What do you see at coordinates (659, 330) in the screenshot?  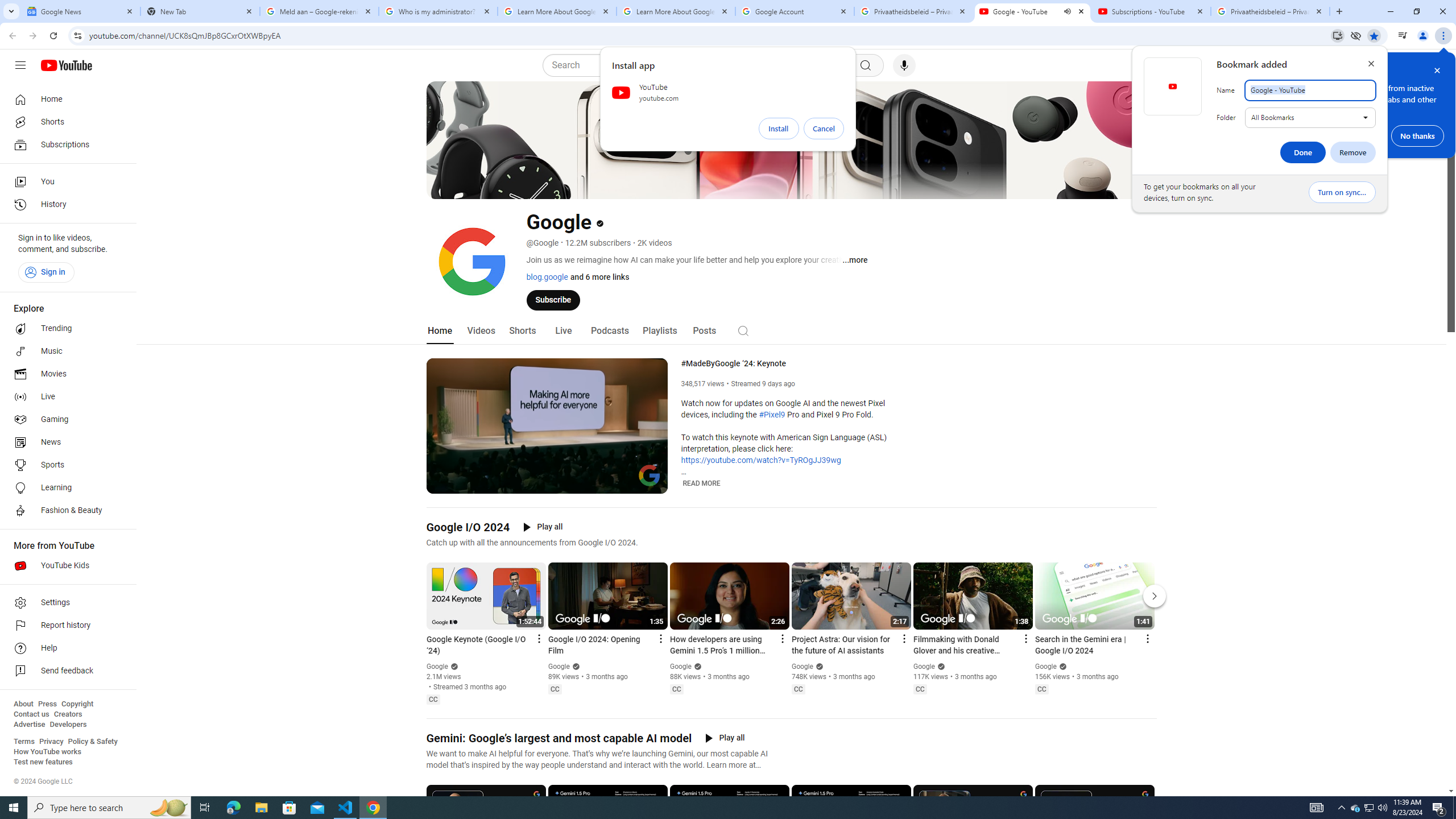 I see `'Playlists'` at bounding box center [659, 330].